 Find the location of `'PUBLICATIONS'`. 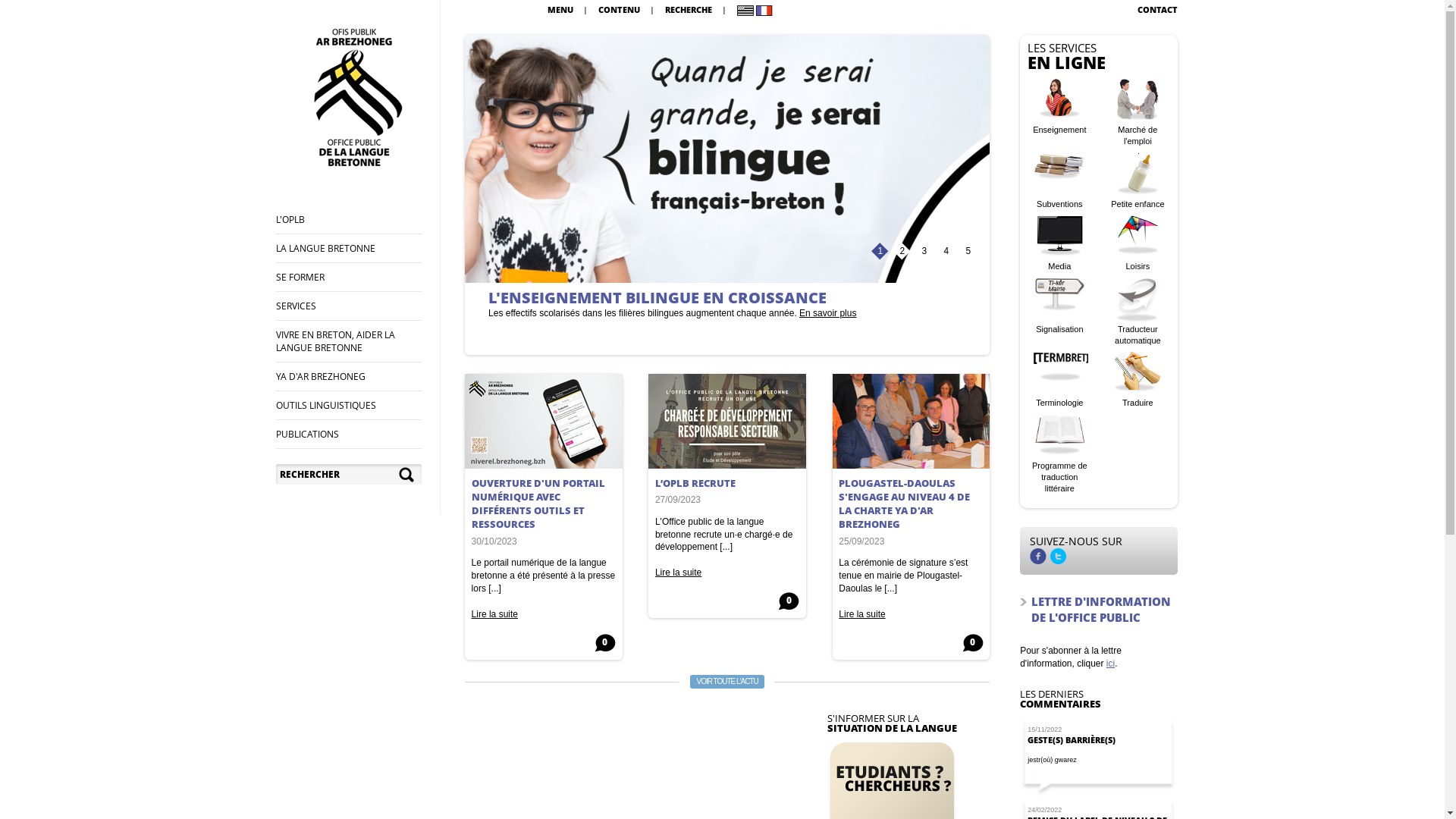

'PUBLICATIONS' is located at coordinates (306, 434).